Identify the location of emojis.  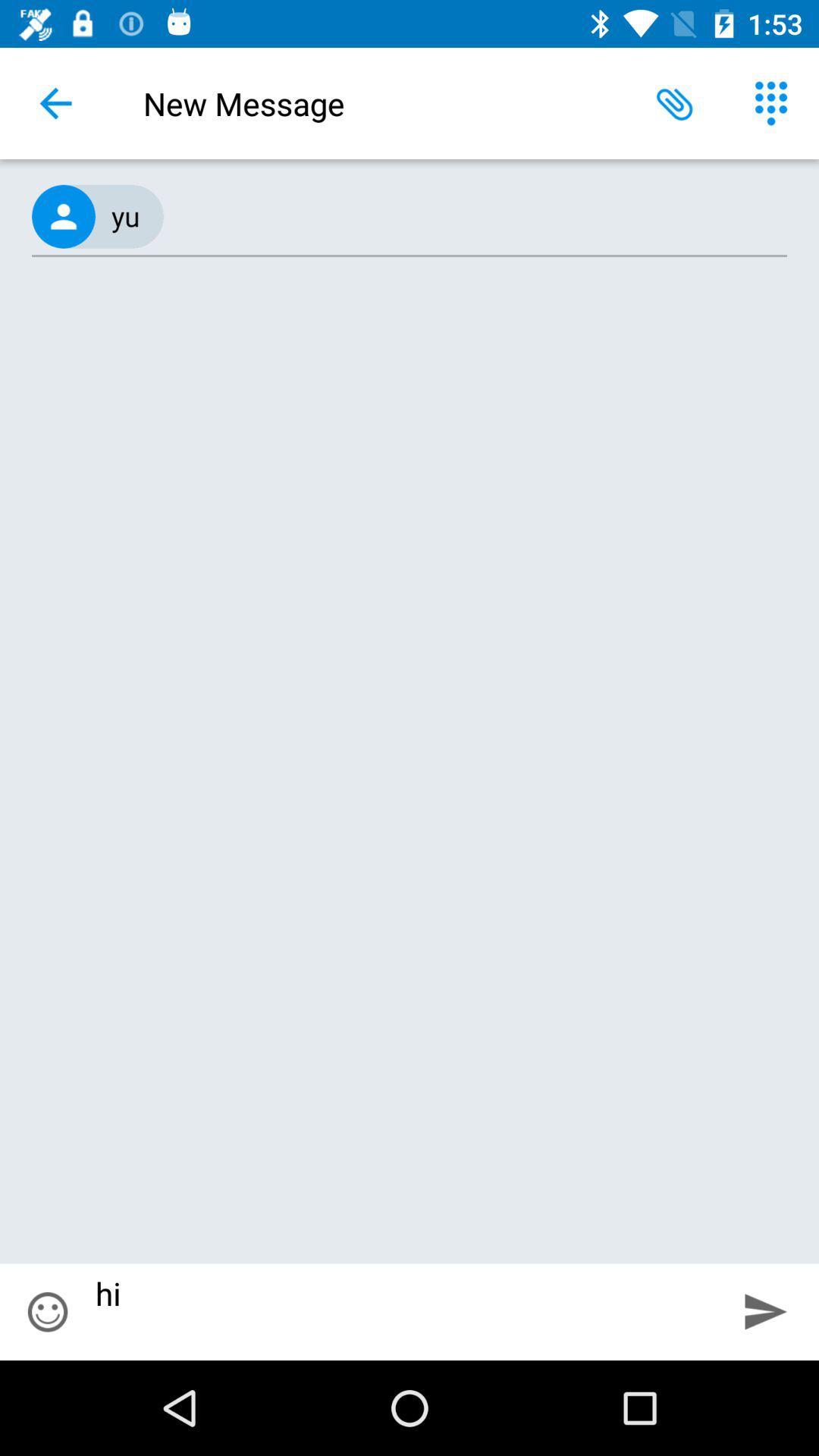
(46, 1311).